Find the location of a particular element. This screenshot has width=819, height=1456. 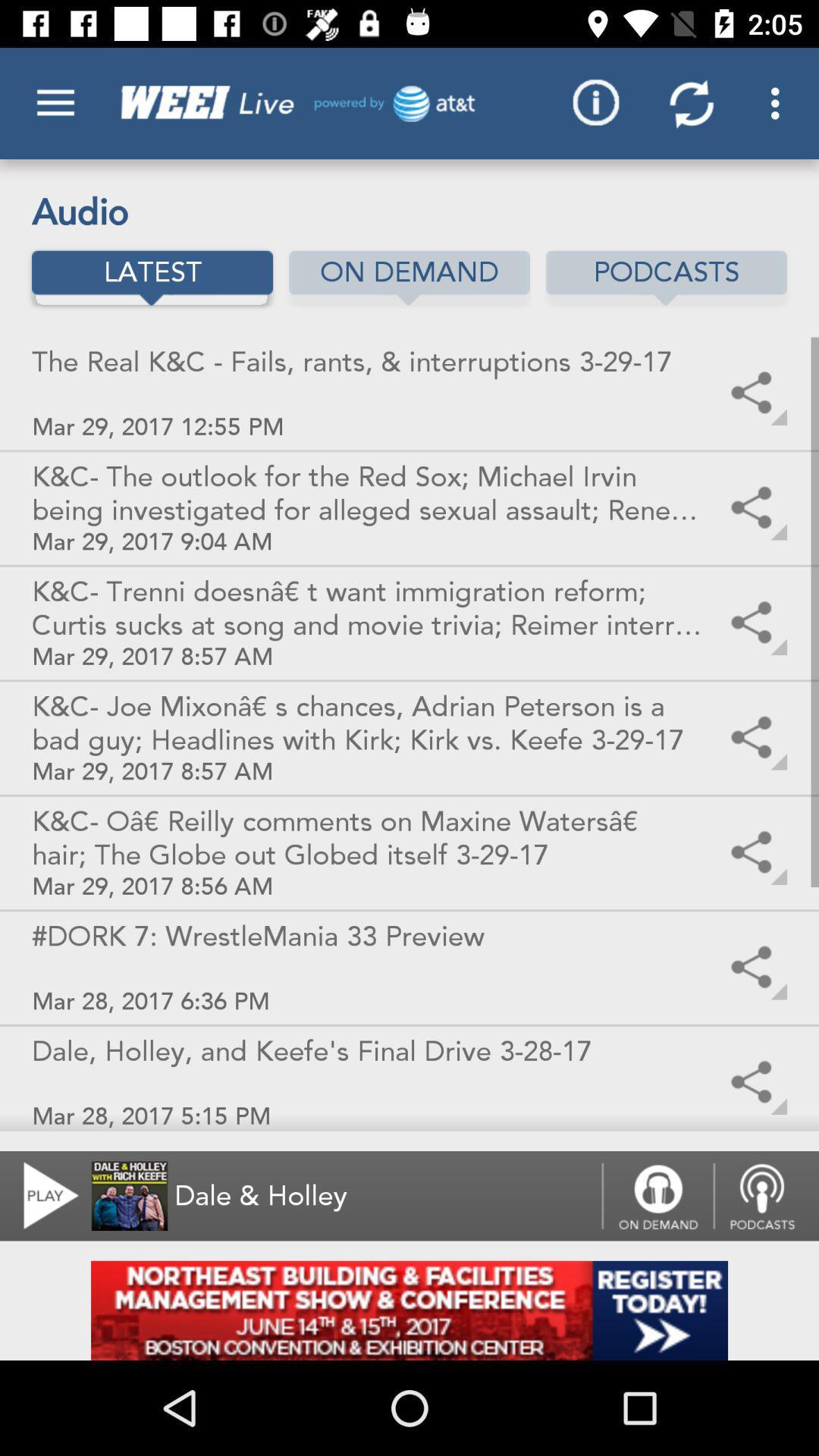

the play icon is located at coordinates (41, 1195).